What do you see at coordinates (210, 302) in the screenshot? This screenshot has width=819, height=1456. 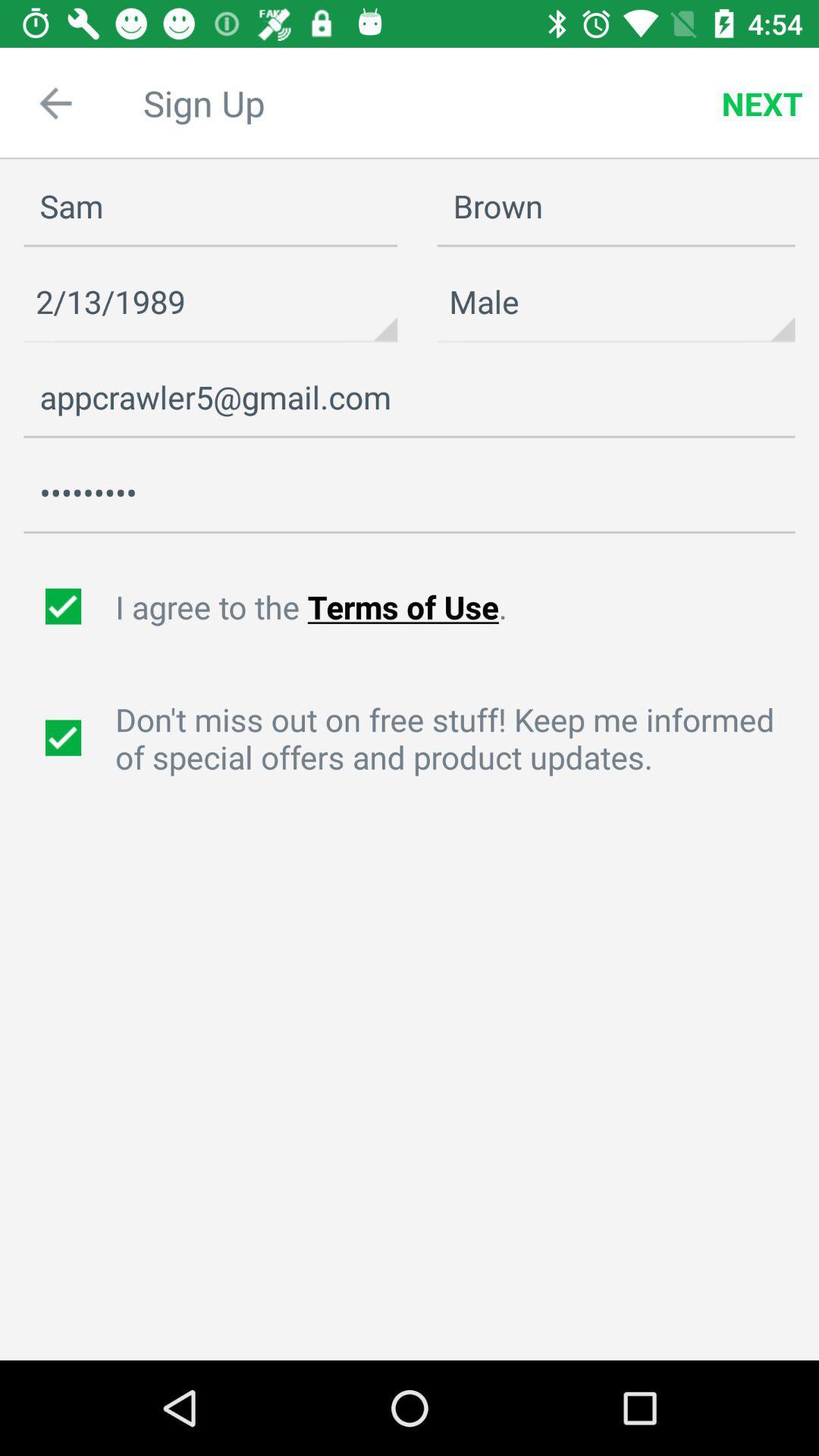 I see `icon above appcrawler5@gmail.com` at bounding box center [210, 302].